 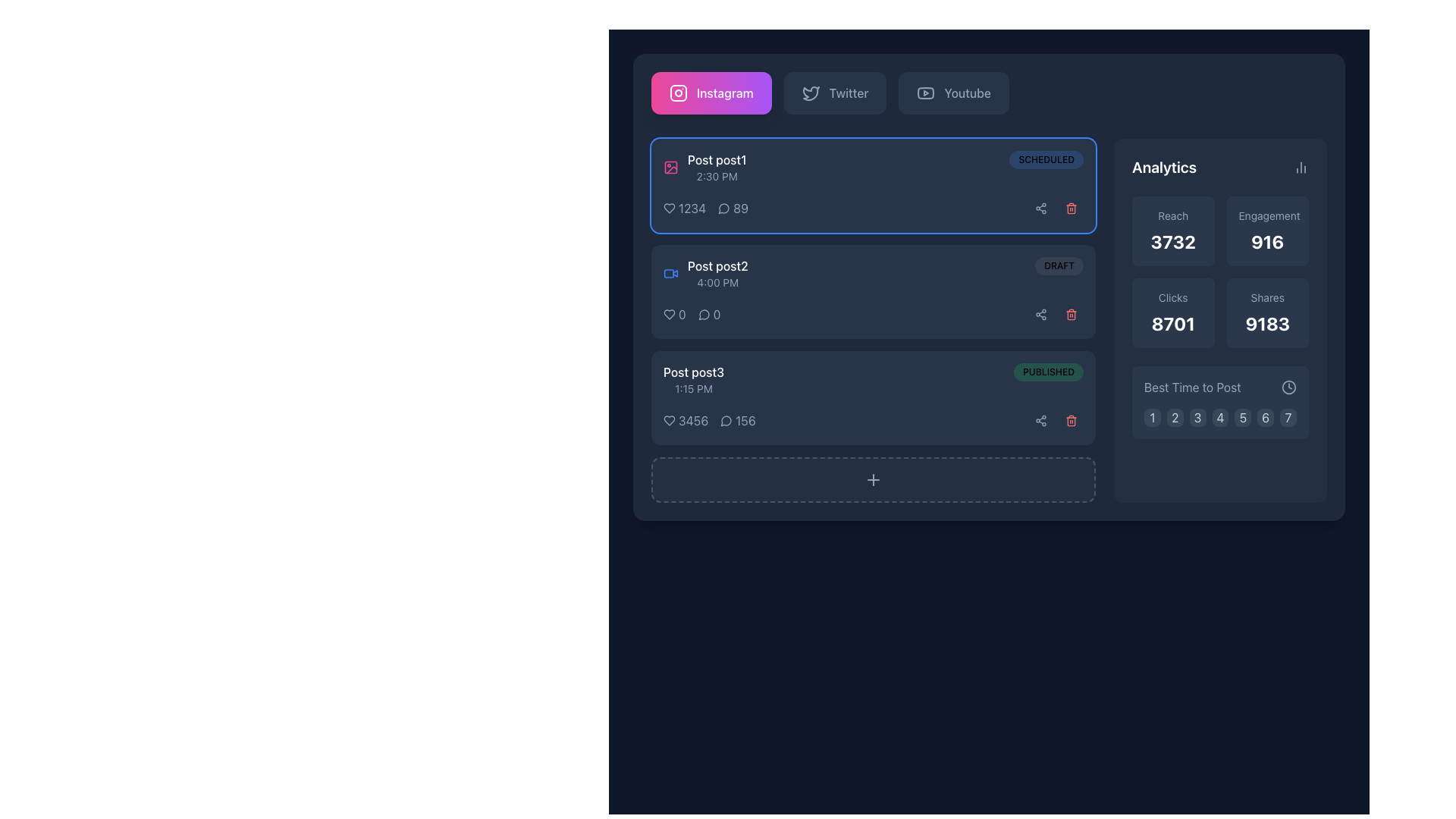 What do you see at coordinates (705, 208) in the screenshot?
I see `displayed number located in the metrics section of the first post, which is styled with light-gray text on a dark background and is positioned between a heart icon and a speech bubble icon` at bounding box center [705, 208].